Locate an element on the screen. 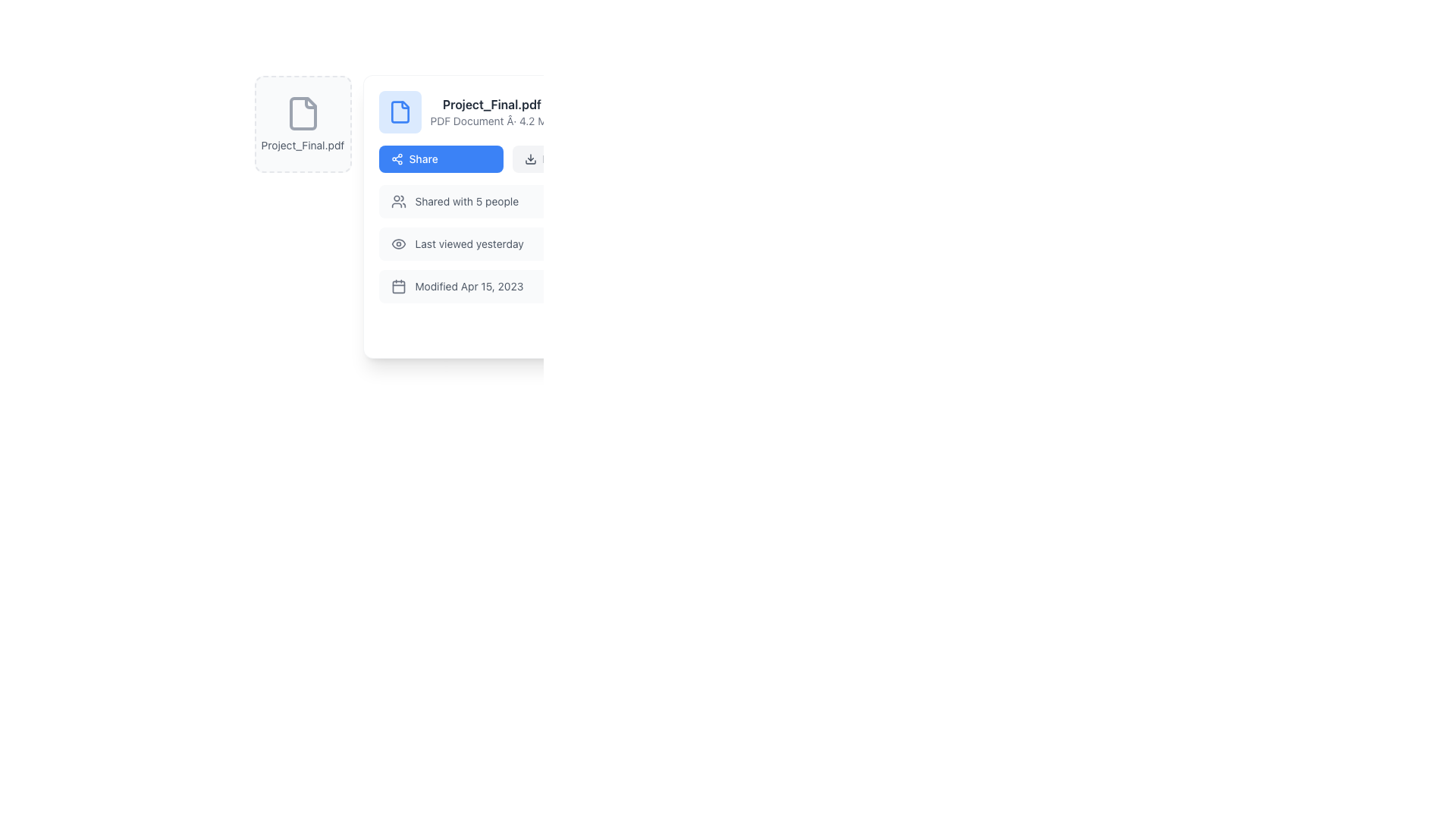 The width and height of the screenshot is (1456, 819). the document icon labeled 'Project_Final.pdf' which is outlined in light gray and turns blue when hovered over is located at coordinates (303, 113).